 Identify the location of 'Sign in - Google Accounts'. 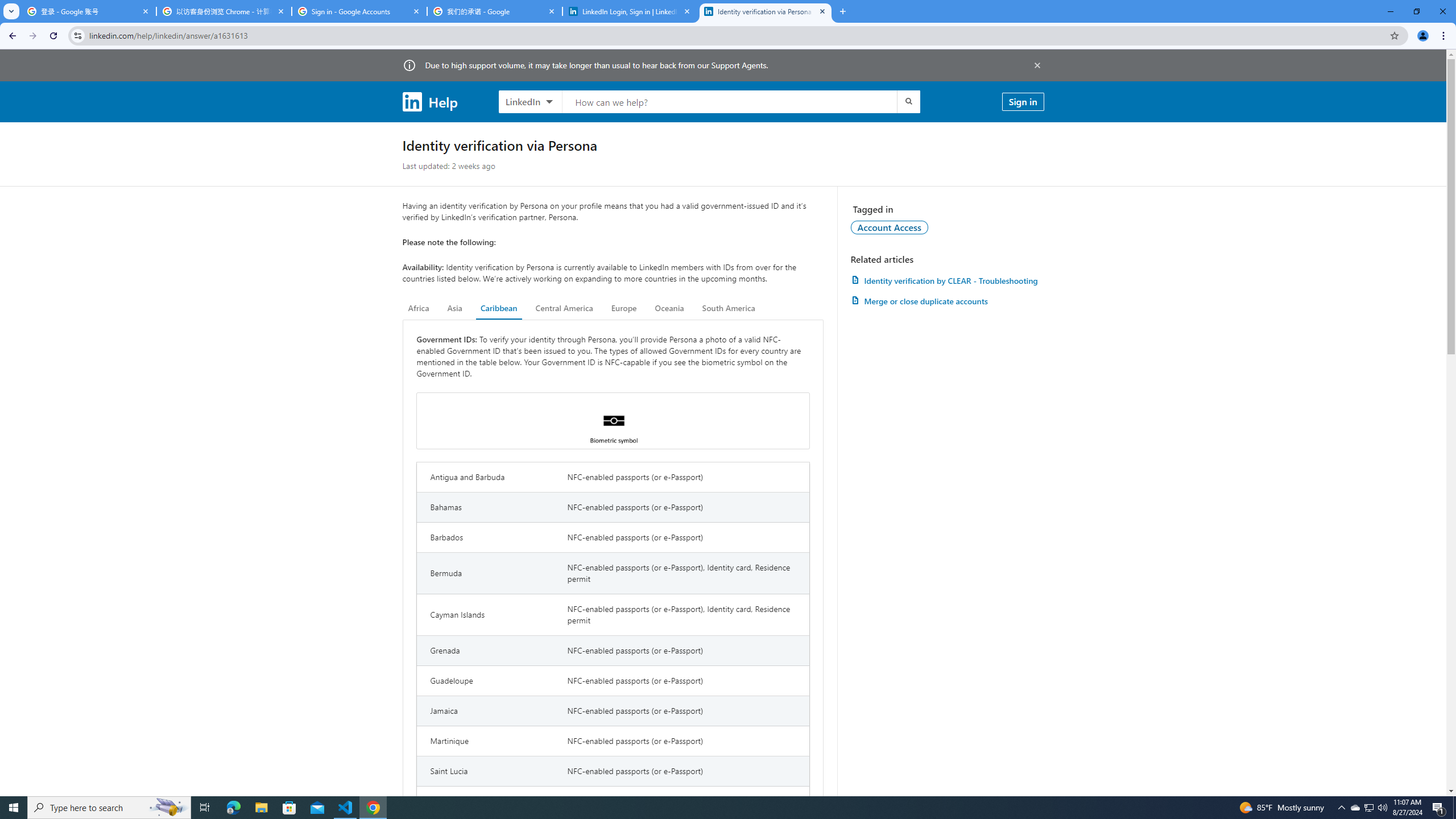
(359, 11).